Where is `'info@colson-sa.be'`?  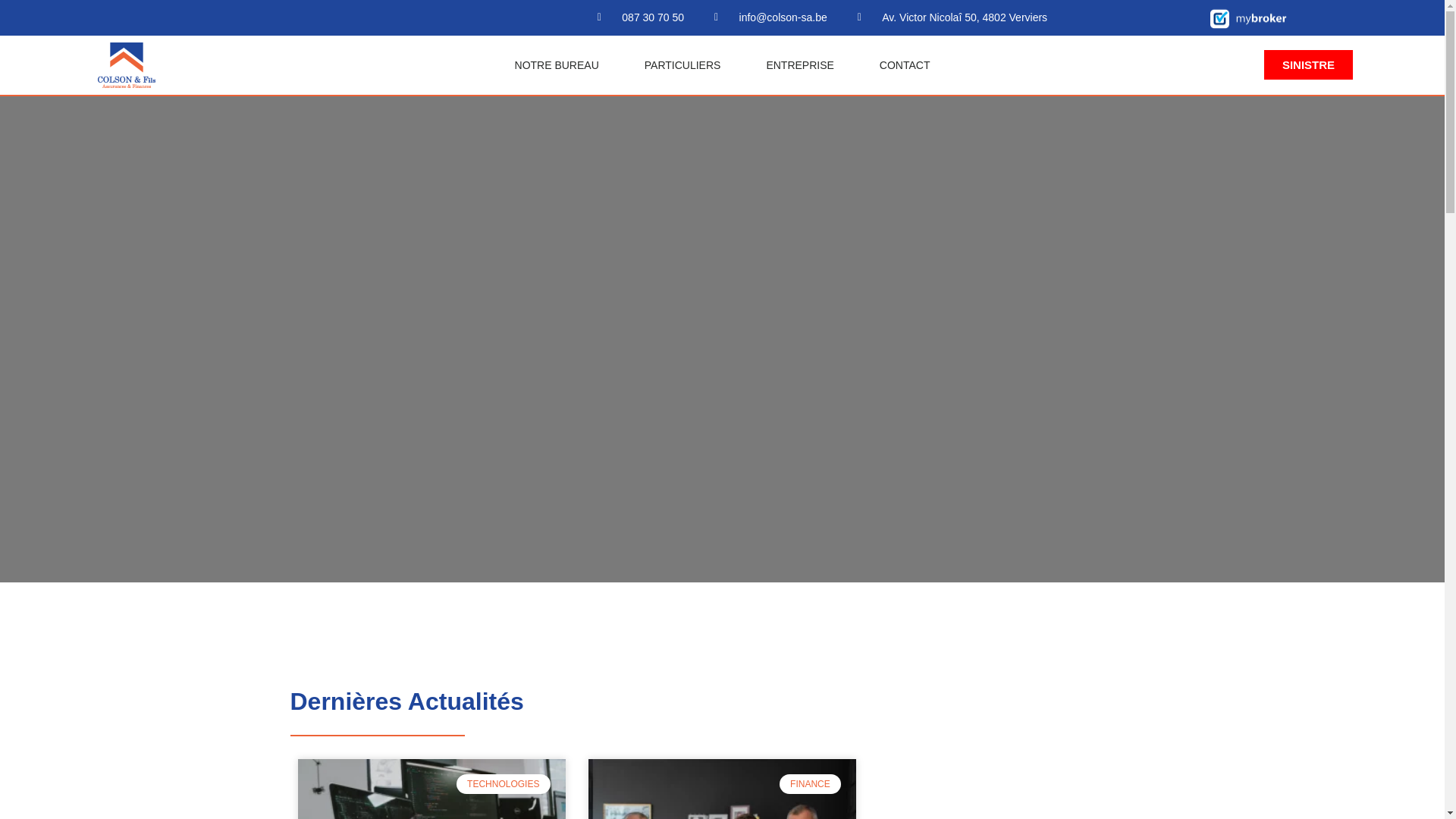 'info@colson-sa.be' is located at coordinates (770, 17).